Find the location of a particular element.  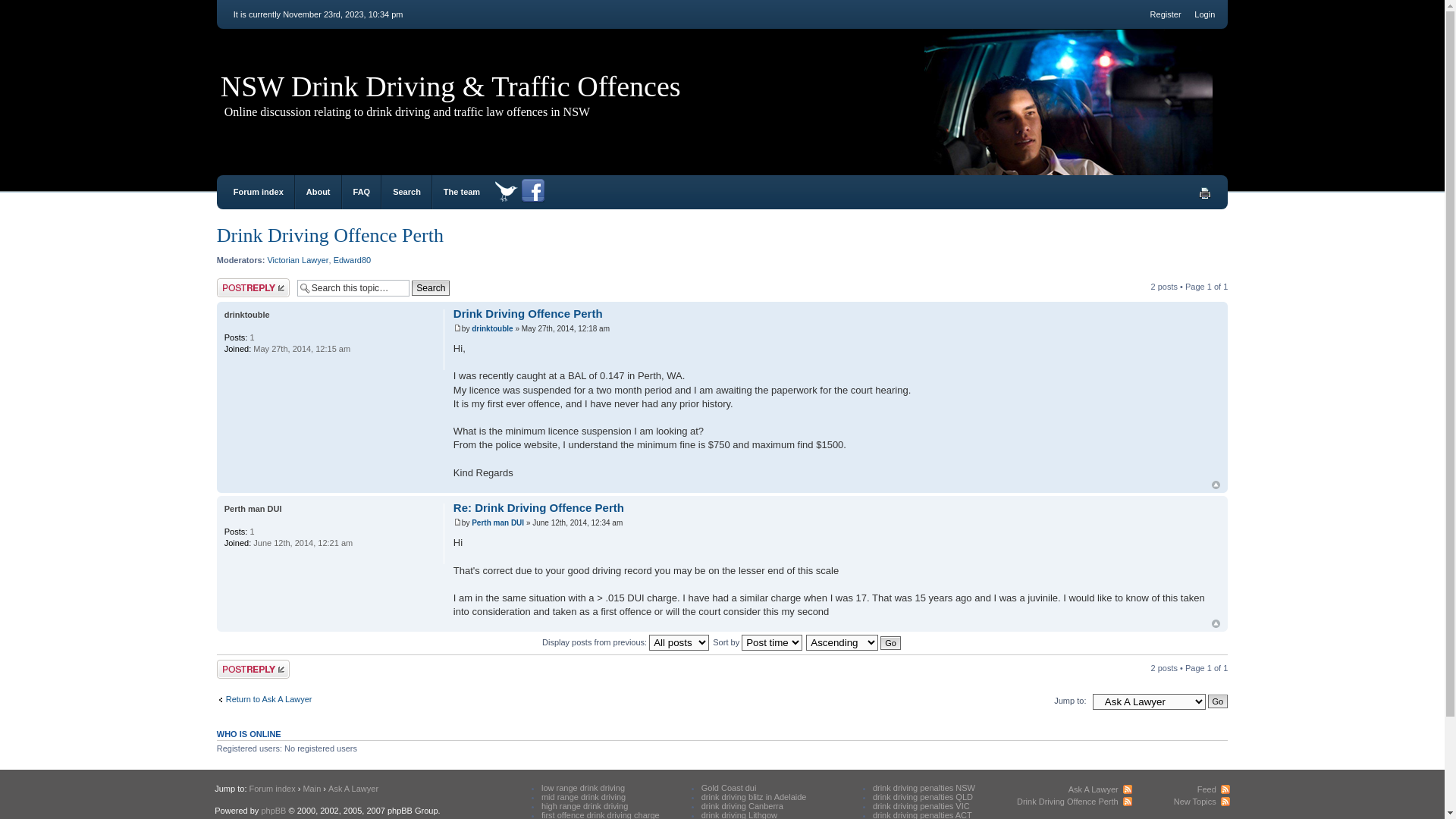

'Perth man DUI' is located at coordinates (224, 509).